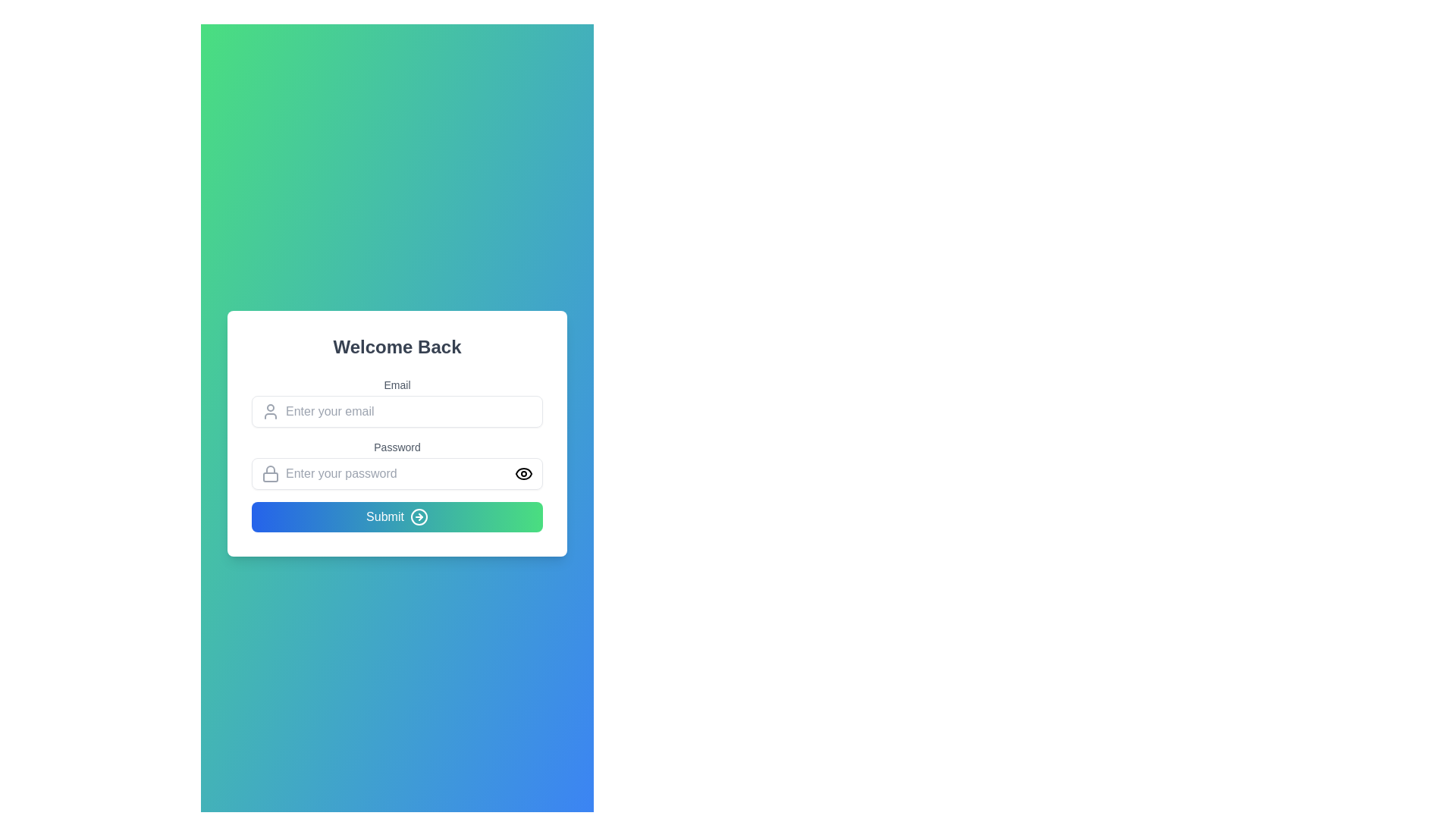 This screenshot has width=1456, height=819. What do you see at coordinates (397, 384) in the screenshot?
I see `the label element for the email input field, which is located at the top-center of the form panel, above the user icon and the email input field` at bounding box center [397, 384].